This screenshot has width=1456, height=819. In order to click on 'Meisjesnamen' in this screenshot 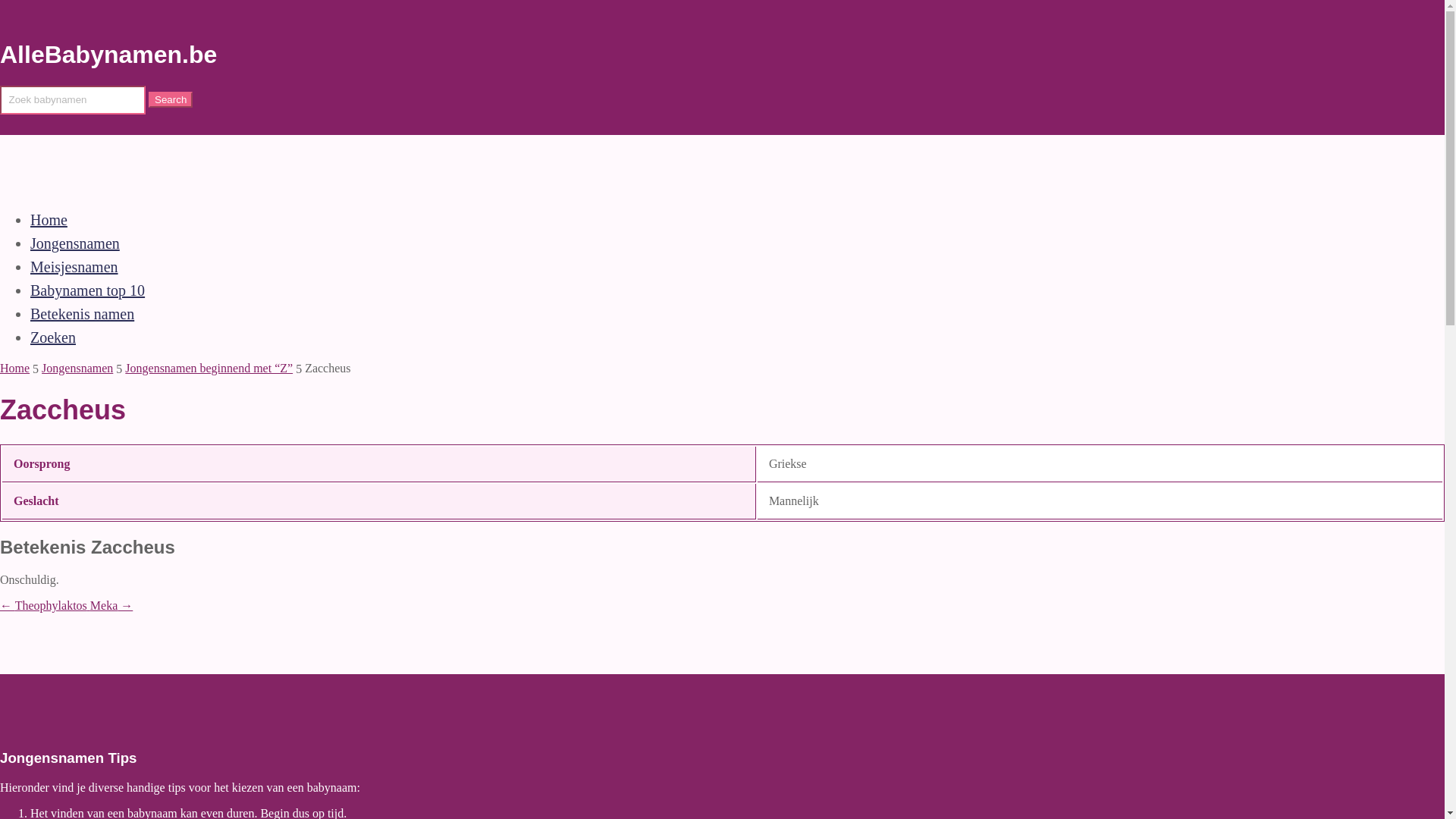, I will do `click(73, 265)`.